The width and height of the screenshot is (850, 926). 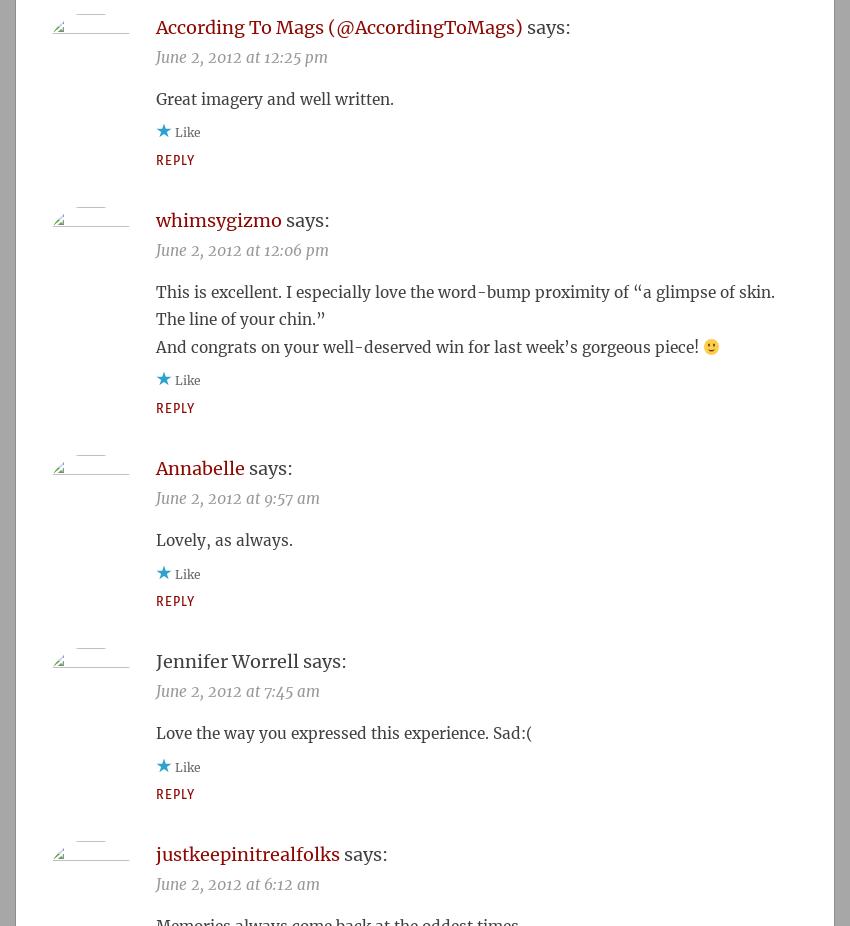 I want to click on 'whimsygizmo', so click(x=218, y=218).